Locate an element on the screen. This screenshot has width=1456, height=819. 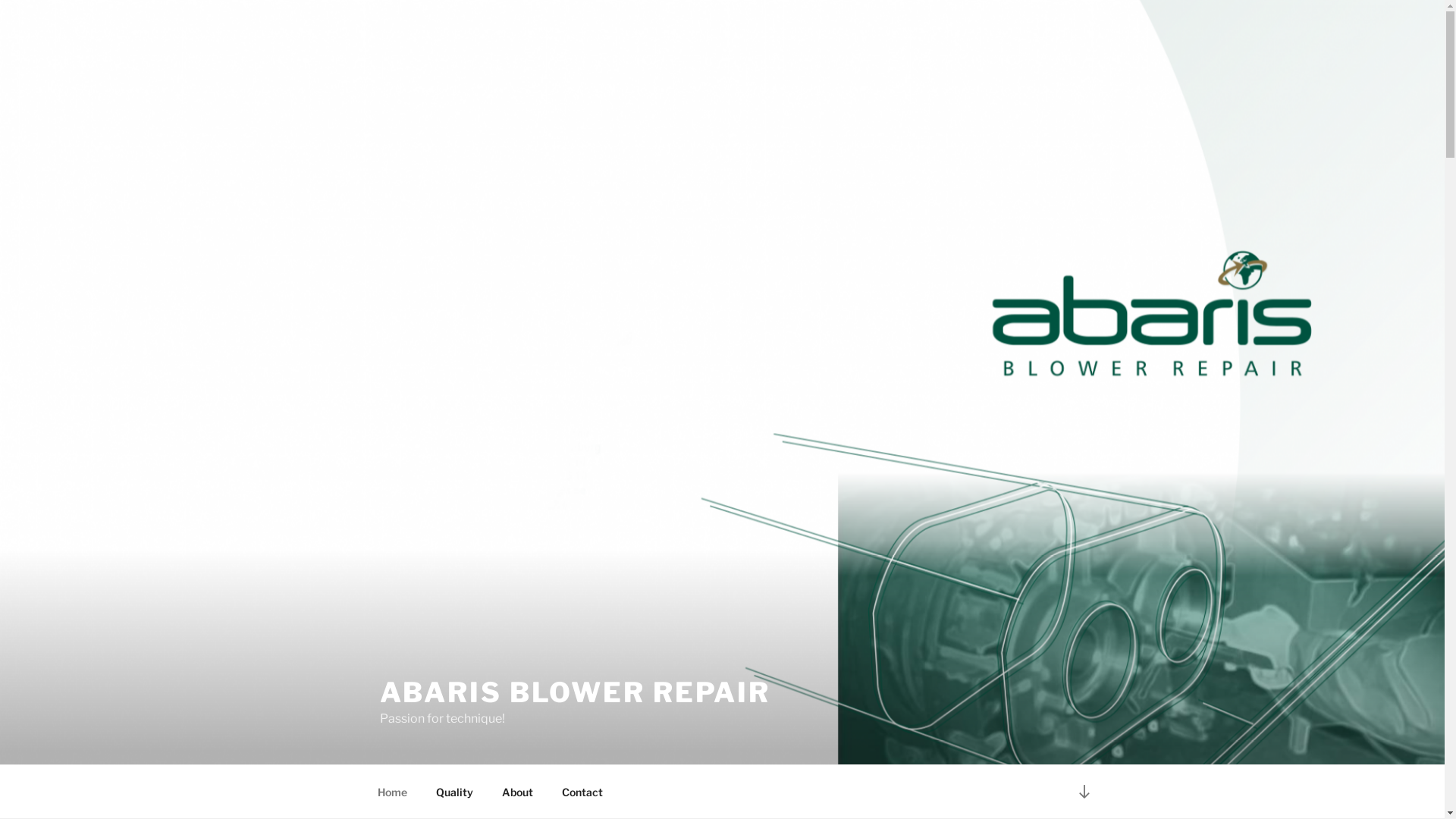
'Quality' is located at coordinates (454, 791).